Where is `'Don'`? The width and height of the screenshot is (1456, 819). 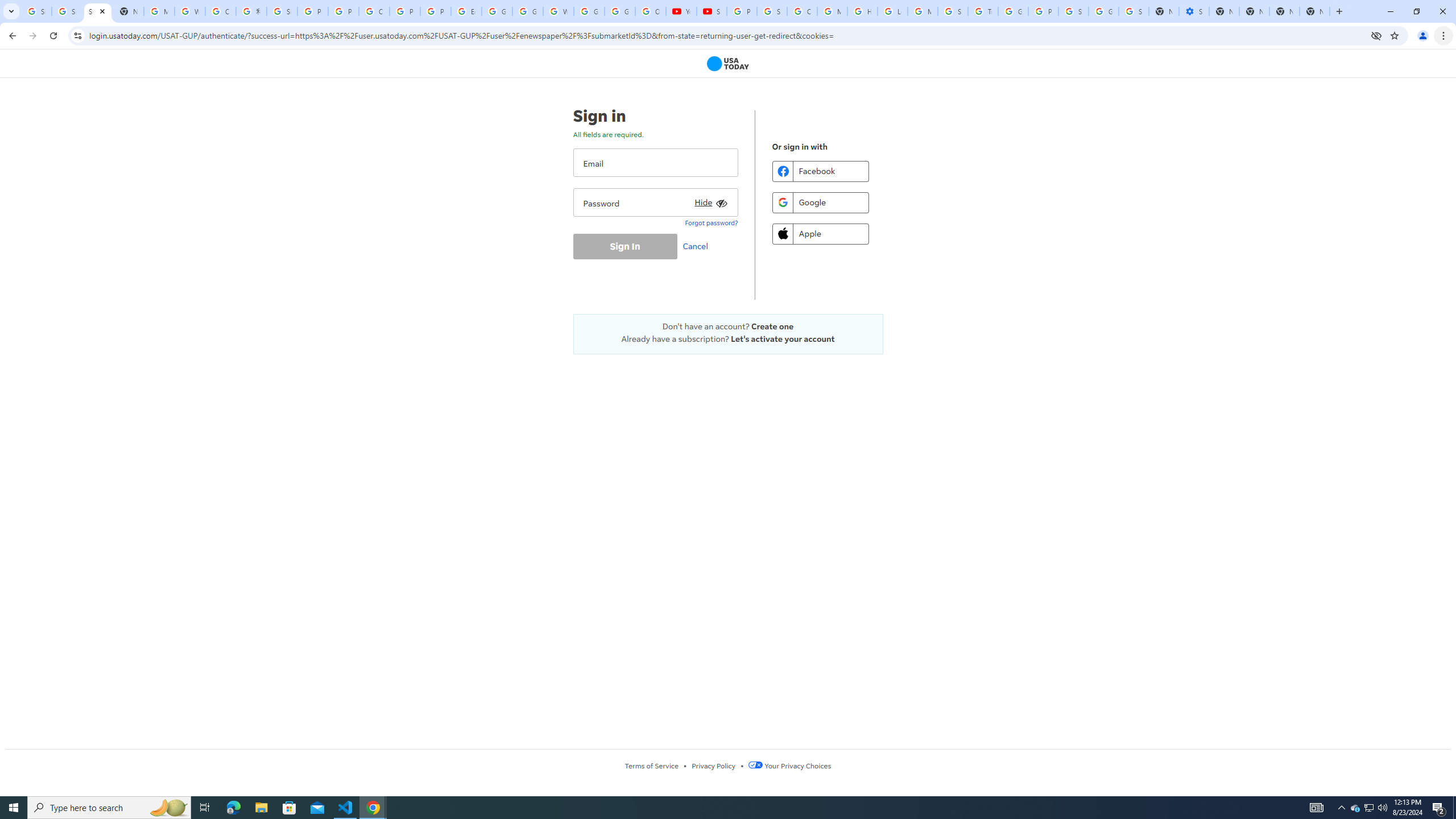 'Don' is located at coordinates (728, 325).